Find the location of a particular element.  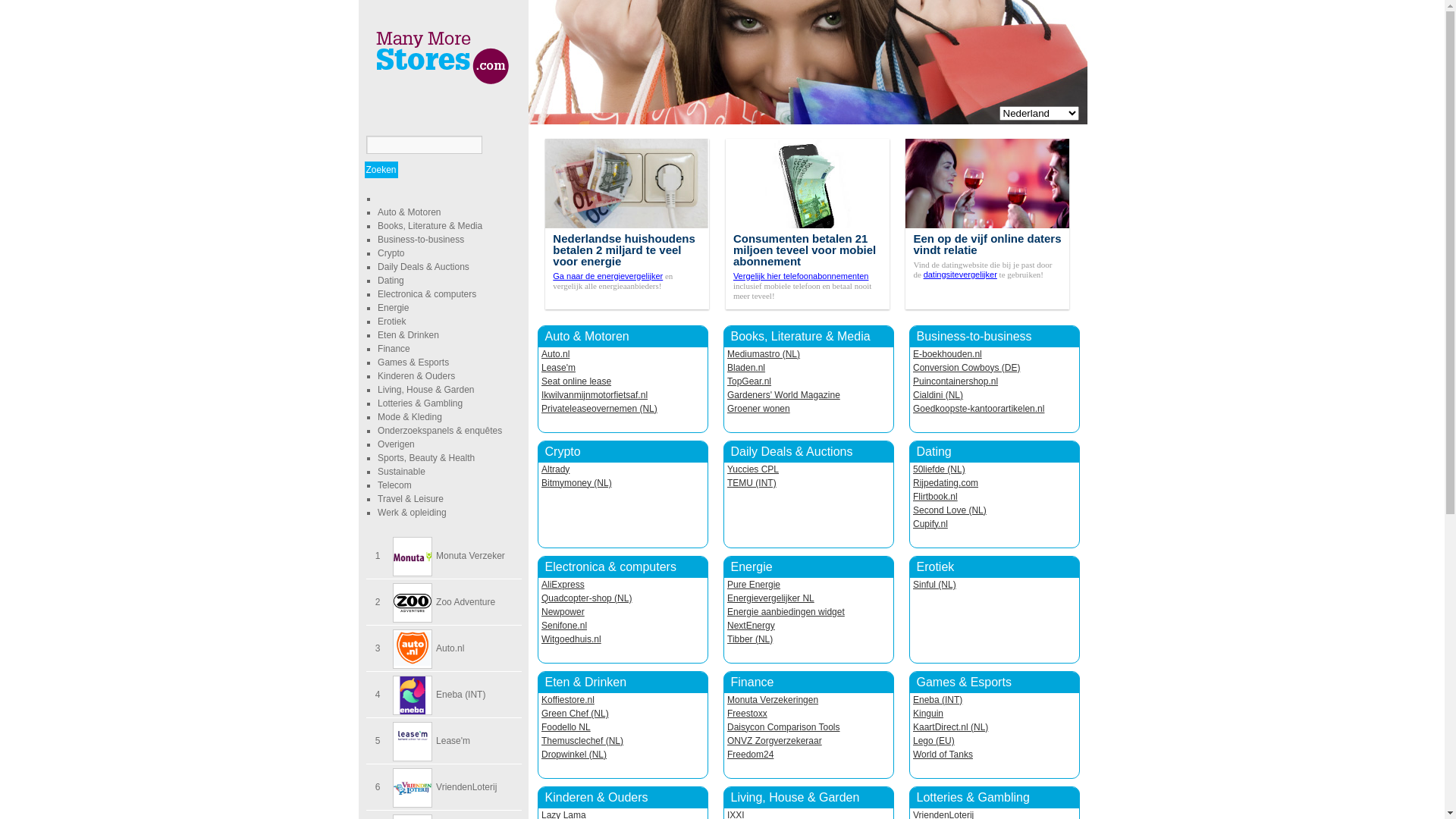

'Bladen.nl' is located at coordinates (726, 368).